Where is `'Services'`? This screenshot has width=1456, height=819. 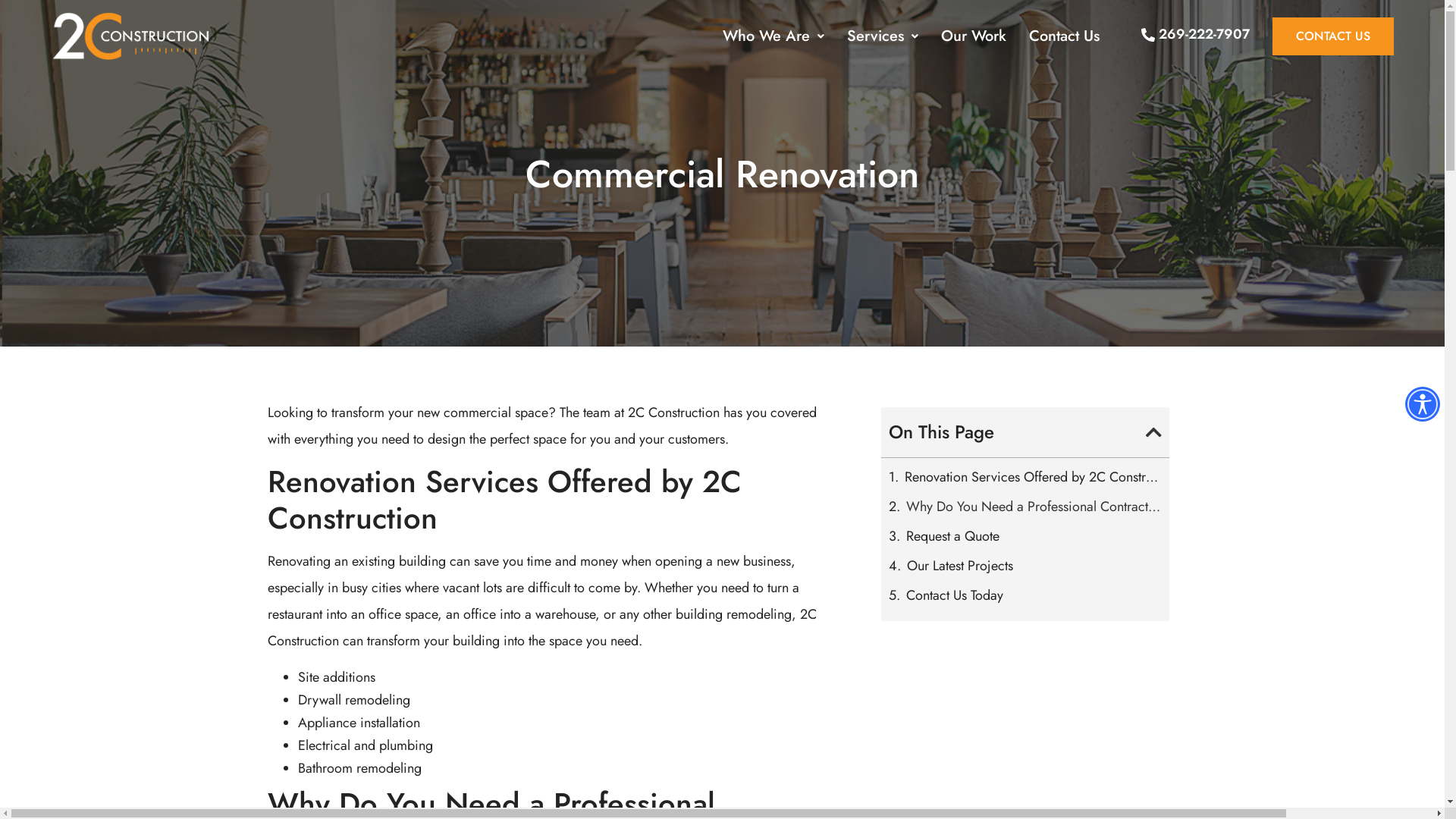
'Services' is located at coordinates (882, 35).